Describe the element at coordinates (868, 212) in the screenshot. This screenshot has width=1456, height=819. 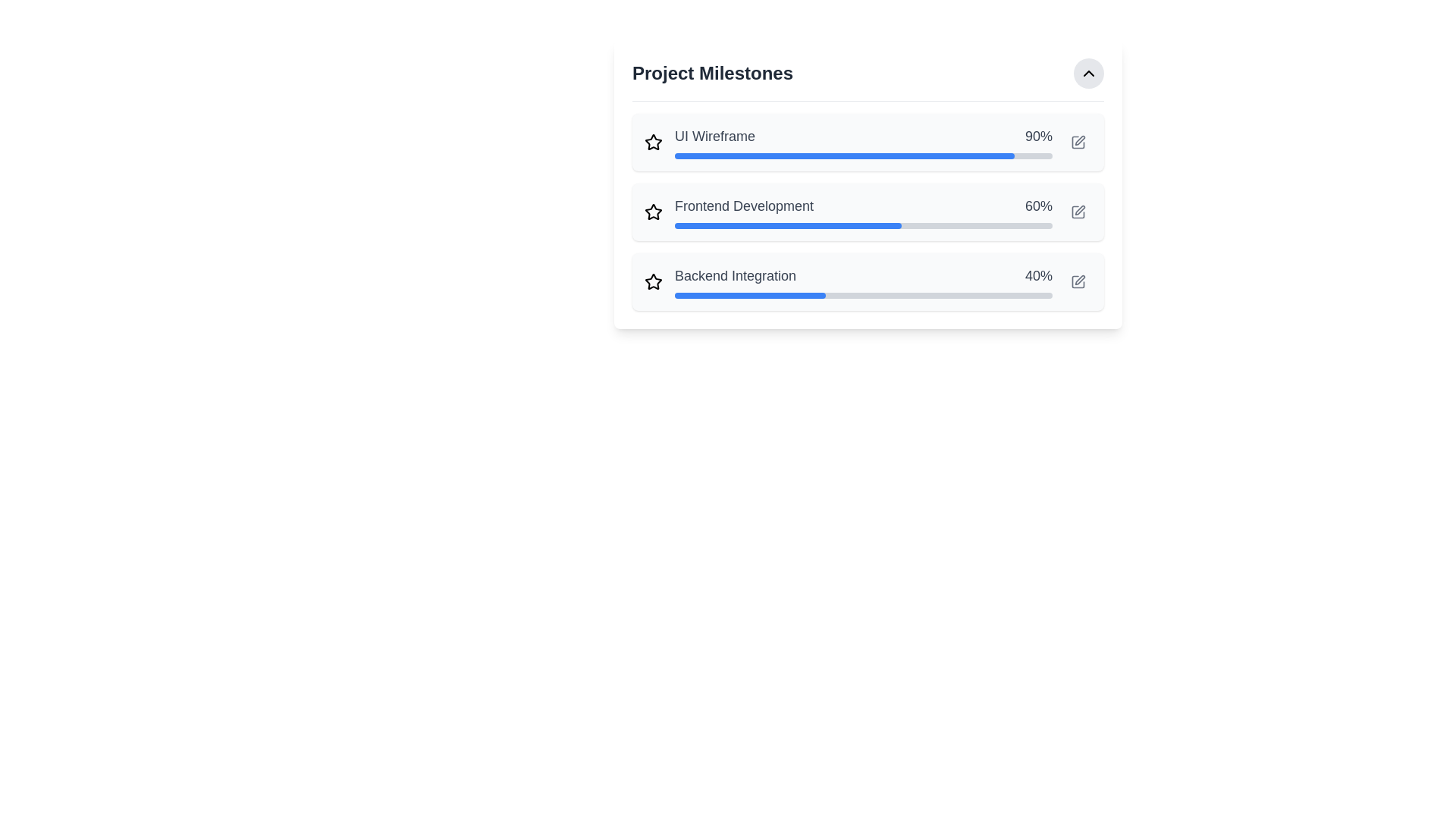
I see `the second milestone card in the project tracking UI` at that location.